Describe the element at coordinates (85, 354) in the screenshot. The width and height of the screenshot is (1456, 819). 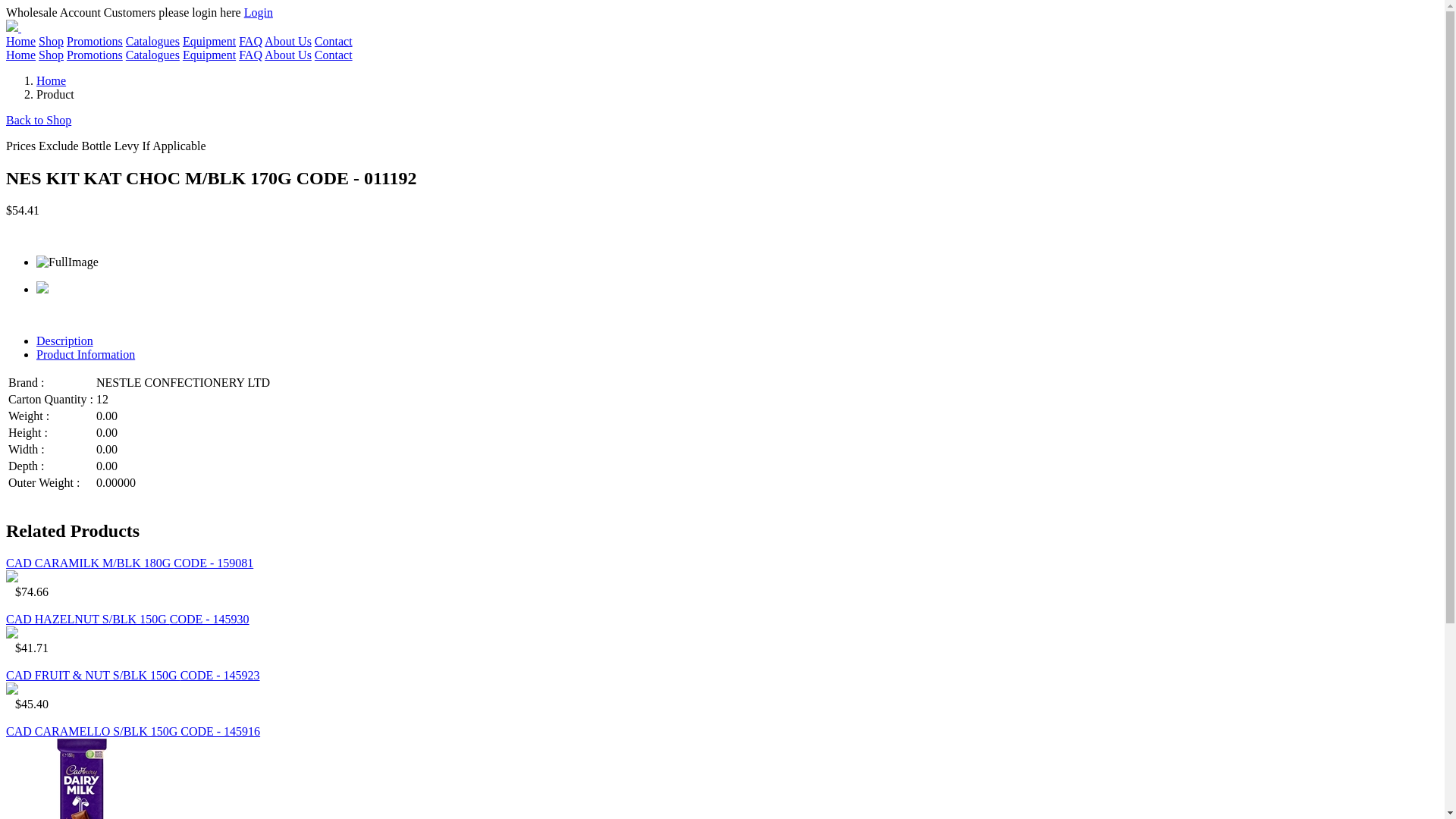
I see `'Product Information'` at that location.